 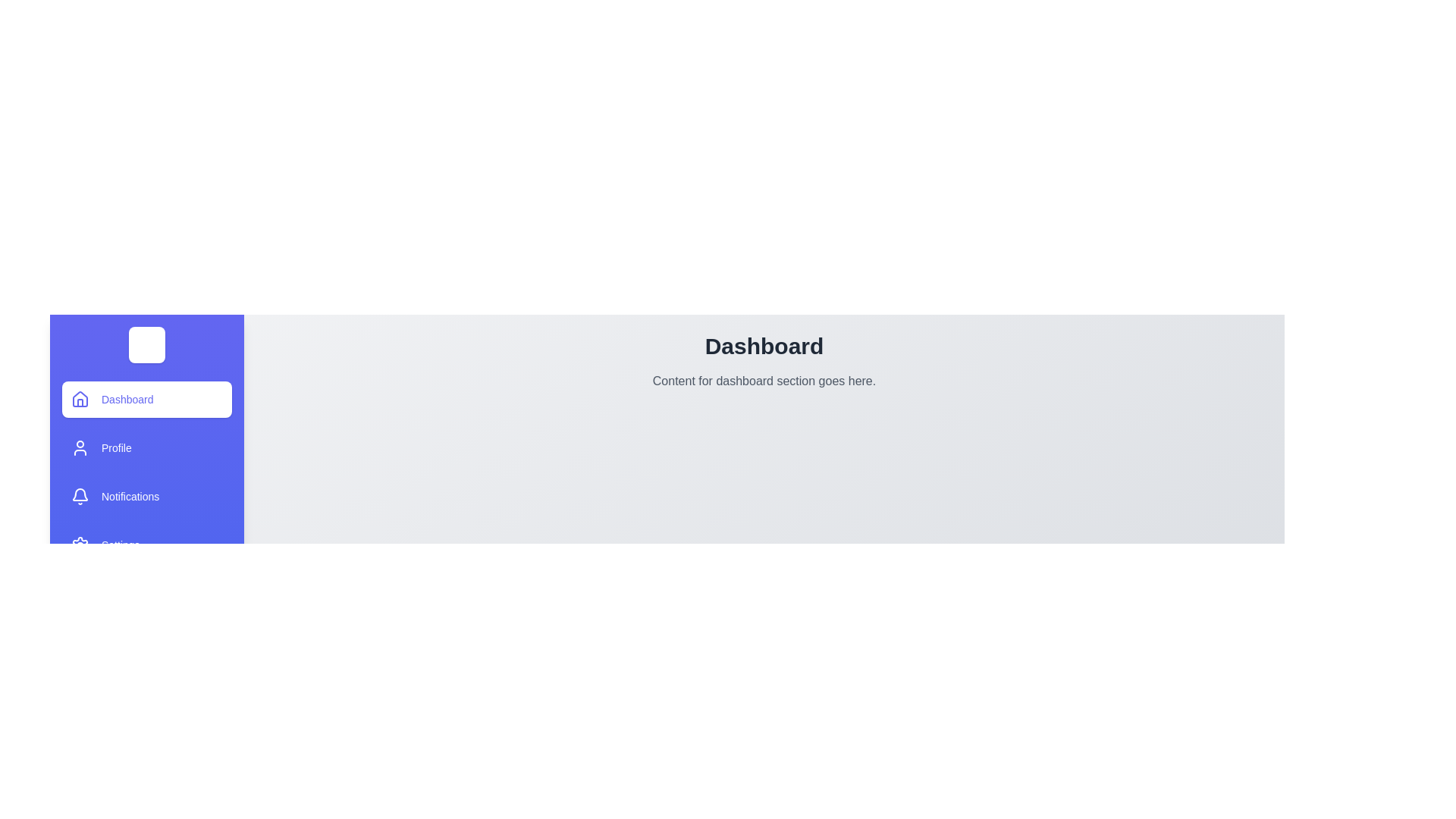 What do you see at coordinates (146, 399) in the screenshot?
I see `the tab labeled Dashboard from the drawer` at bounding box center [146, 399].